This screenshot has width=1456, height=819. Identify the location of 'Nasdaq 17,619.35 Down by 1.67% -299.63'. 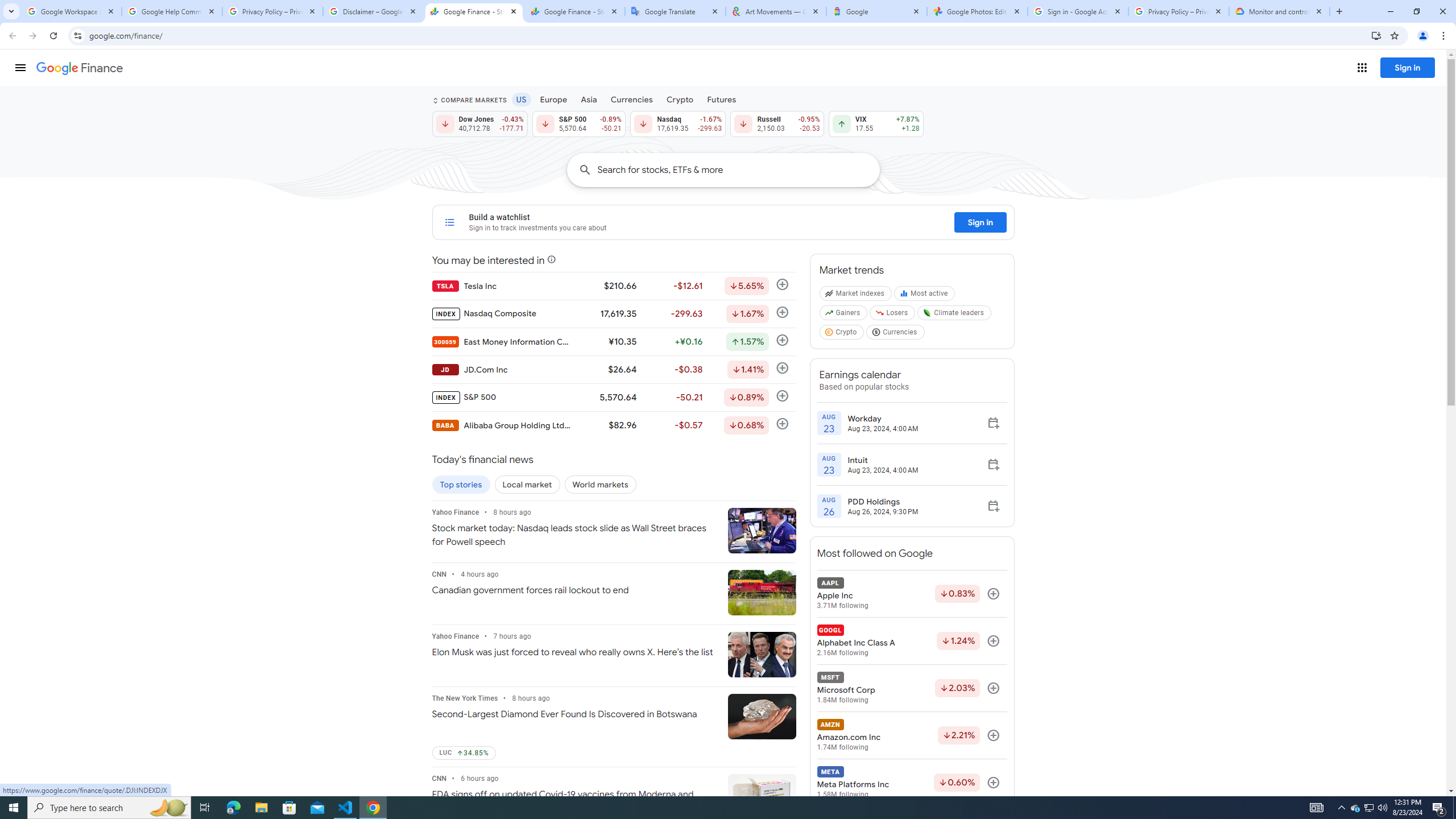
(677, 123).